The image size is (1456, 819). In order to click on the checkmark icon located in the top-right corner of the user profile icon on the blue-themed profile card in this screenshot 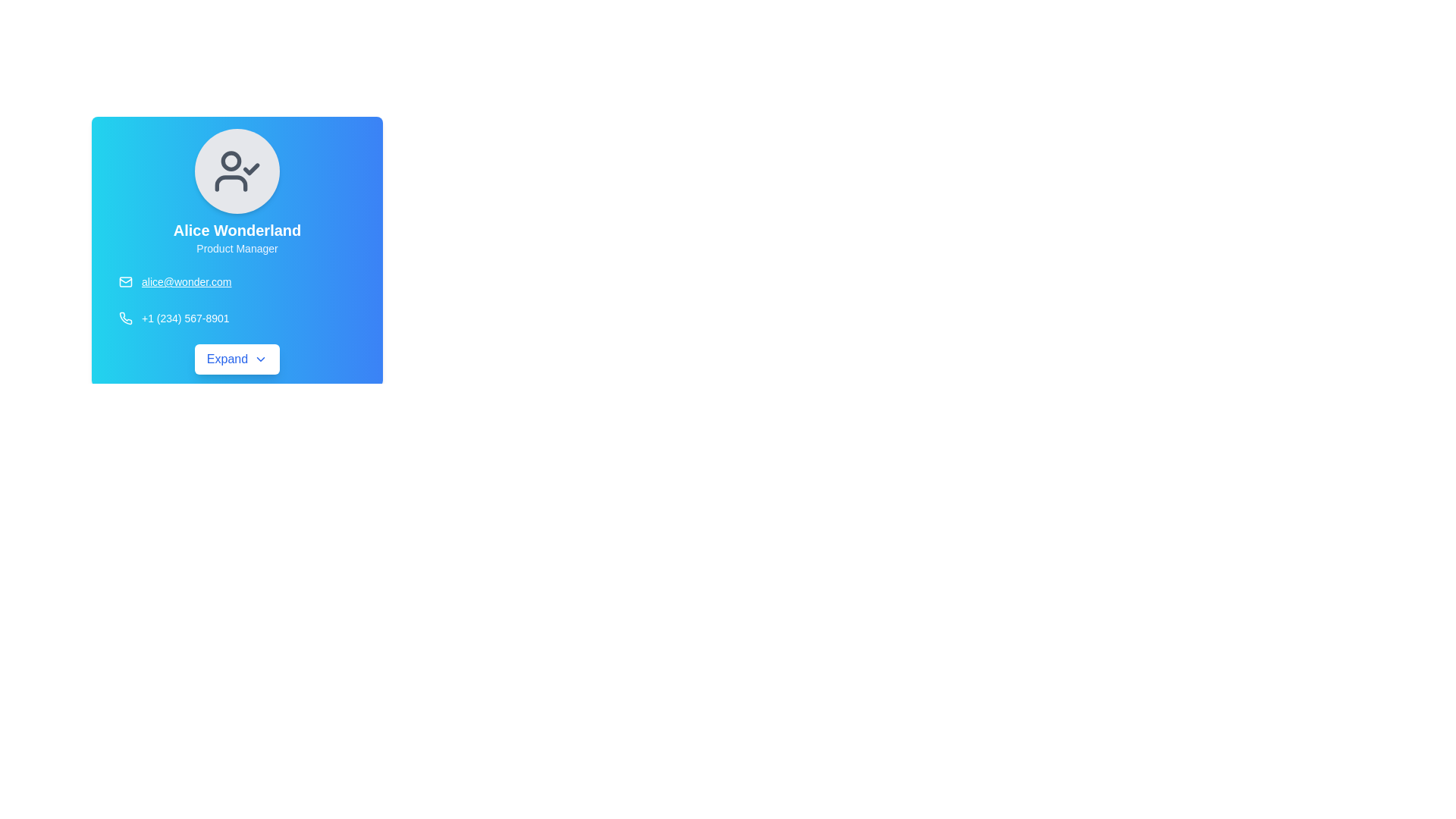, I will do `click(251, 169)`.